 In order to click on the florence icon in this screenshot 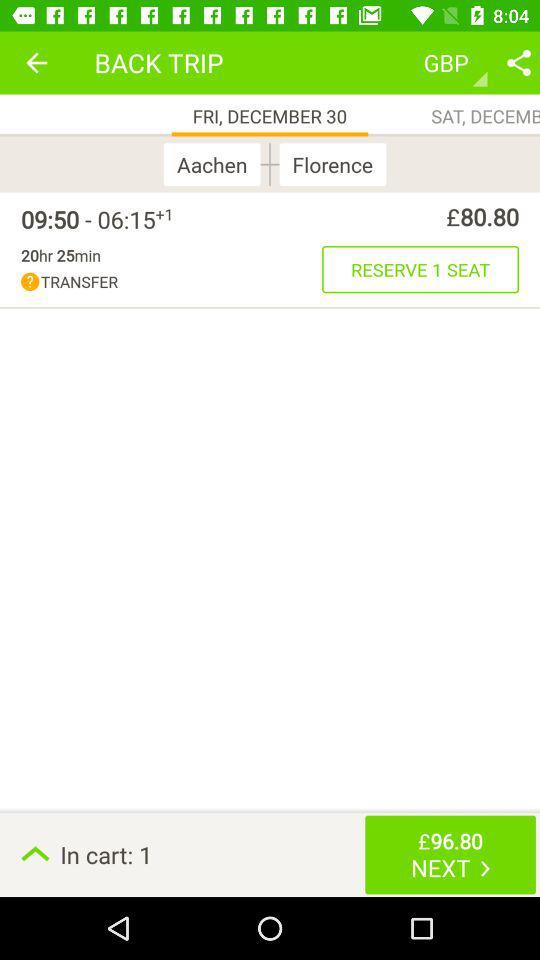, I will do `click(328, 163)`.